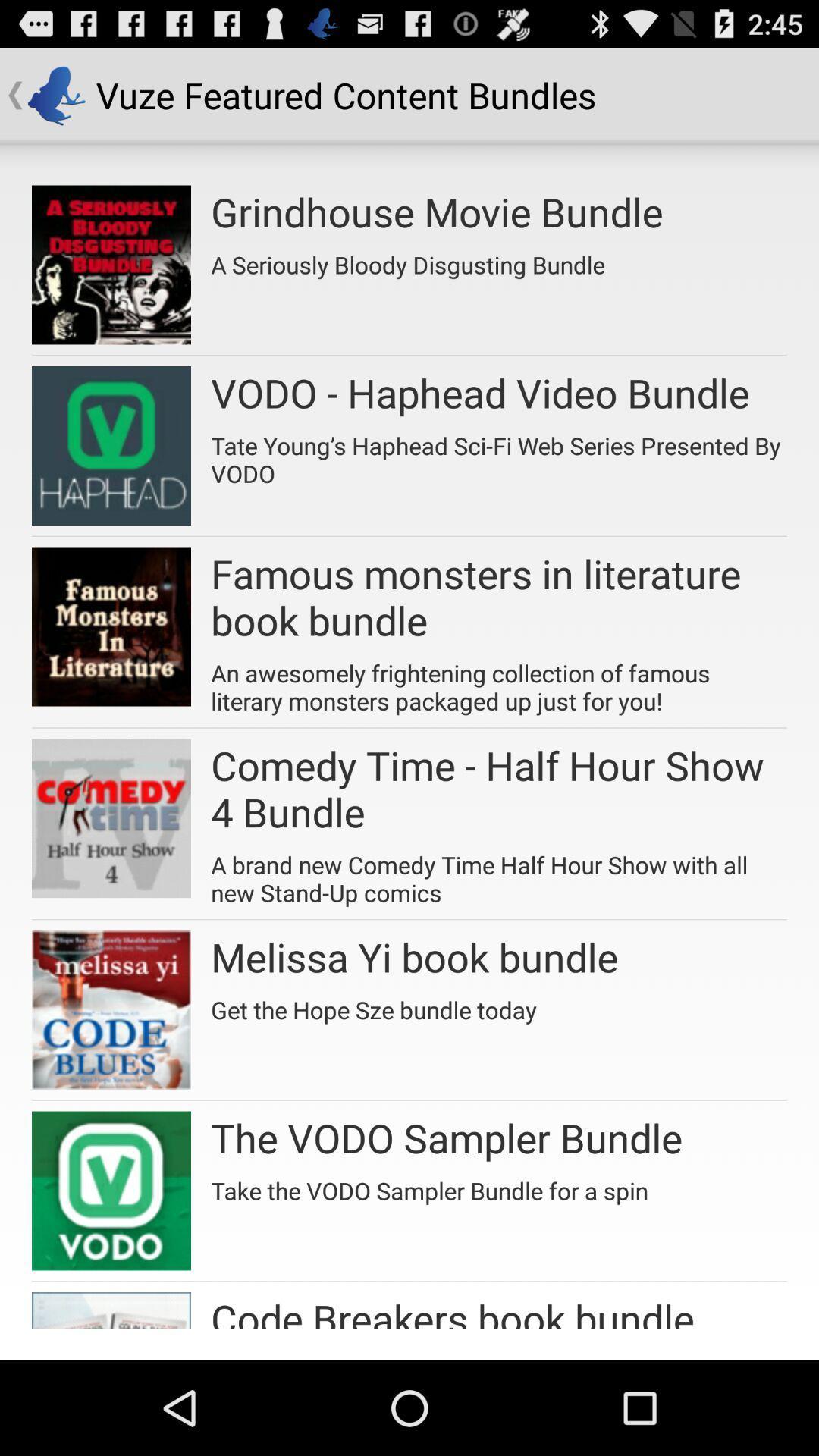 The height and width of the screenshot is (1456, 819). What do you see at coordinates (499, 453) in the screenshot?
I see `icon above famous monsters in item` at bounding box center [499, 453].